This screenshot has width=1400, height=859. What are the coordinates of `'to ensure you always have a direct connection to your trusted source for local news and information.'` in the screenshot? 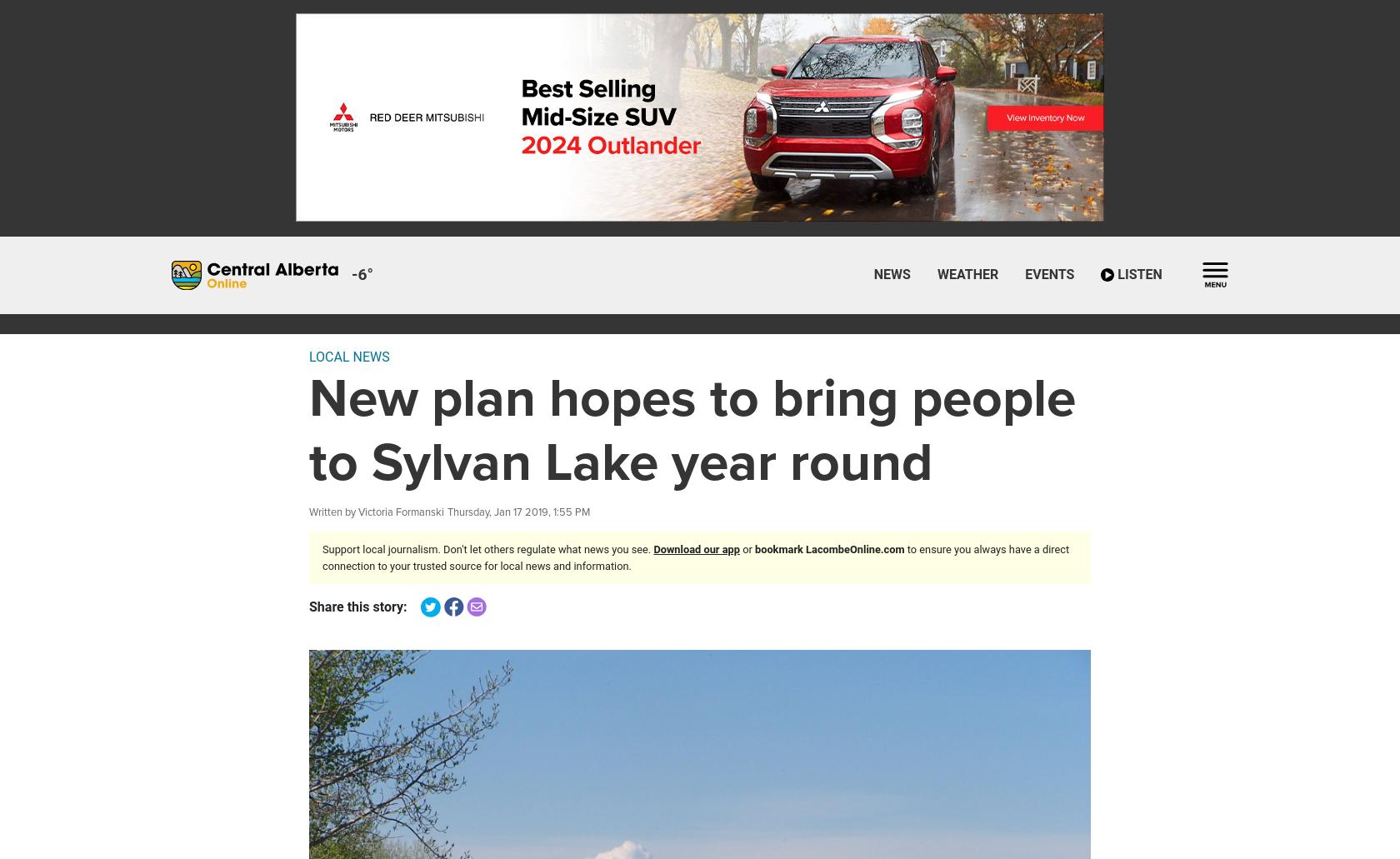 It's located at (322, 557).